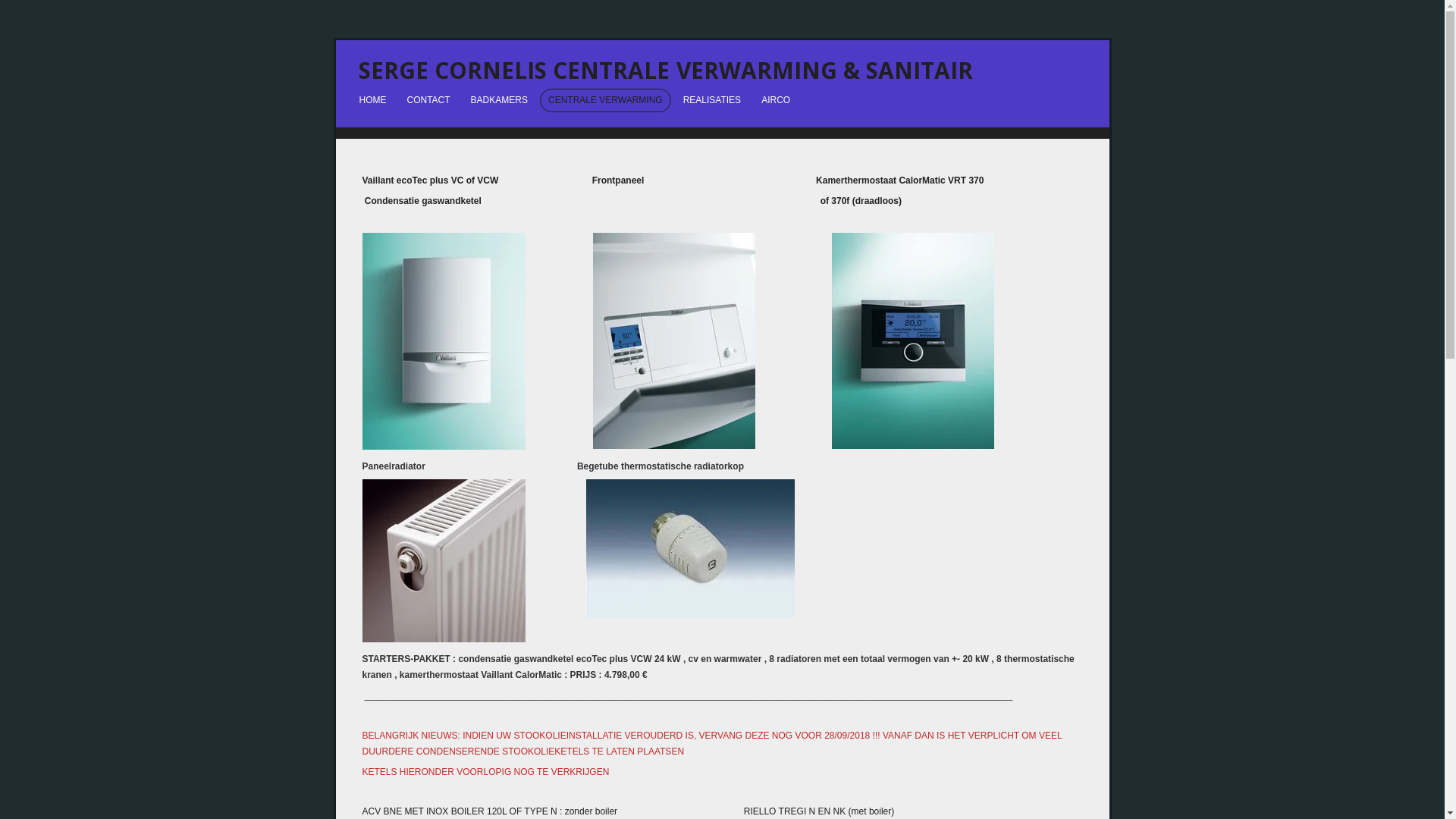  Describe the element at coordinates (499, 100) in the screenshot. I see `'BADKAMERS'` at that location.